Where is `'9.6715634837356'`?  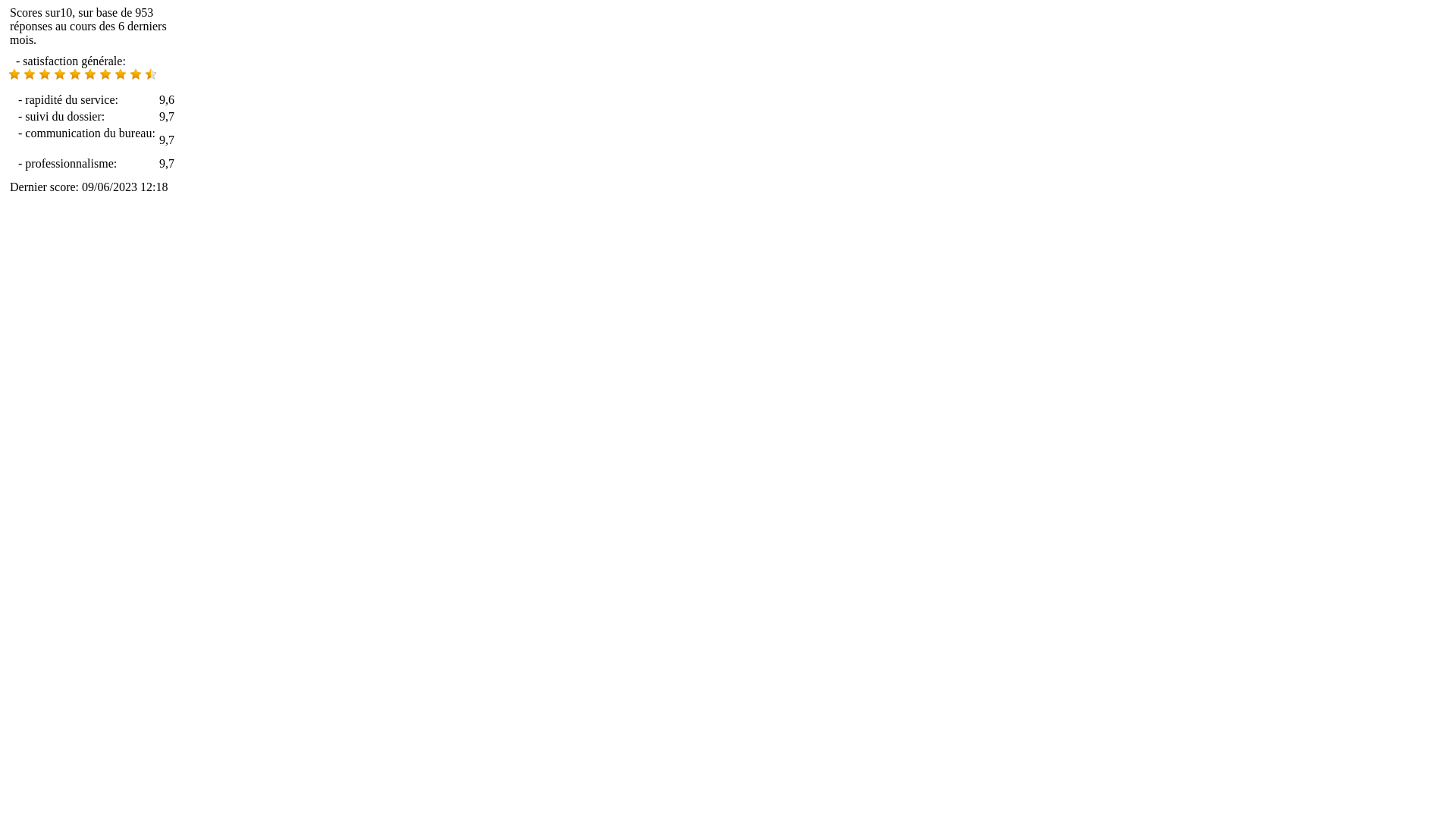 '9.6715634837356' is located at coordinates (89, 76).